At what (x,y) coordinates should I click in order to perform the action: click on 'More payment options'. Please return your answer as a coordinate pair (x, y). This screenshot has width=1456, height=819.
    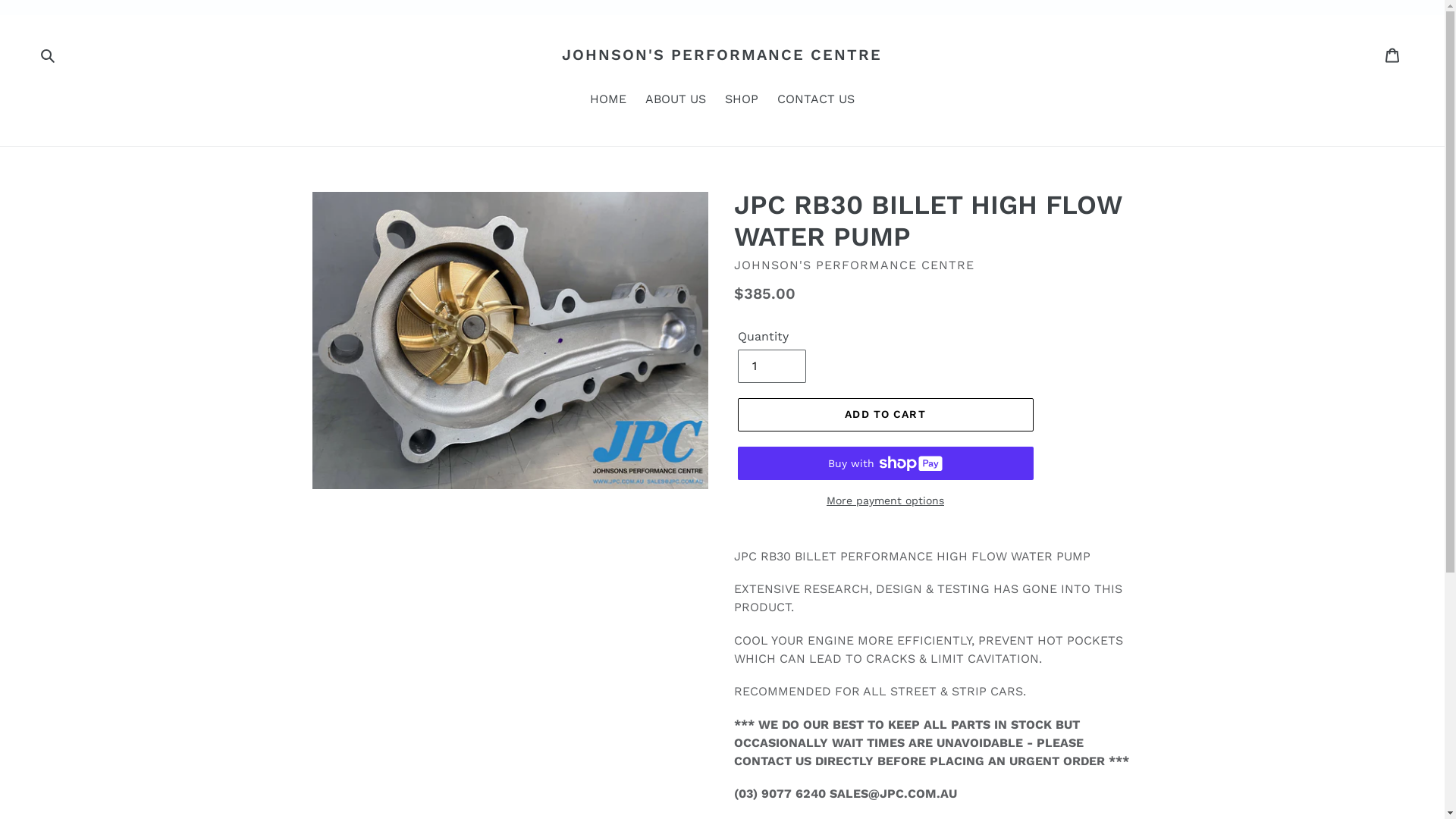
    Looking at the image, I should click on (884, 500).